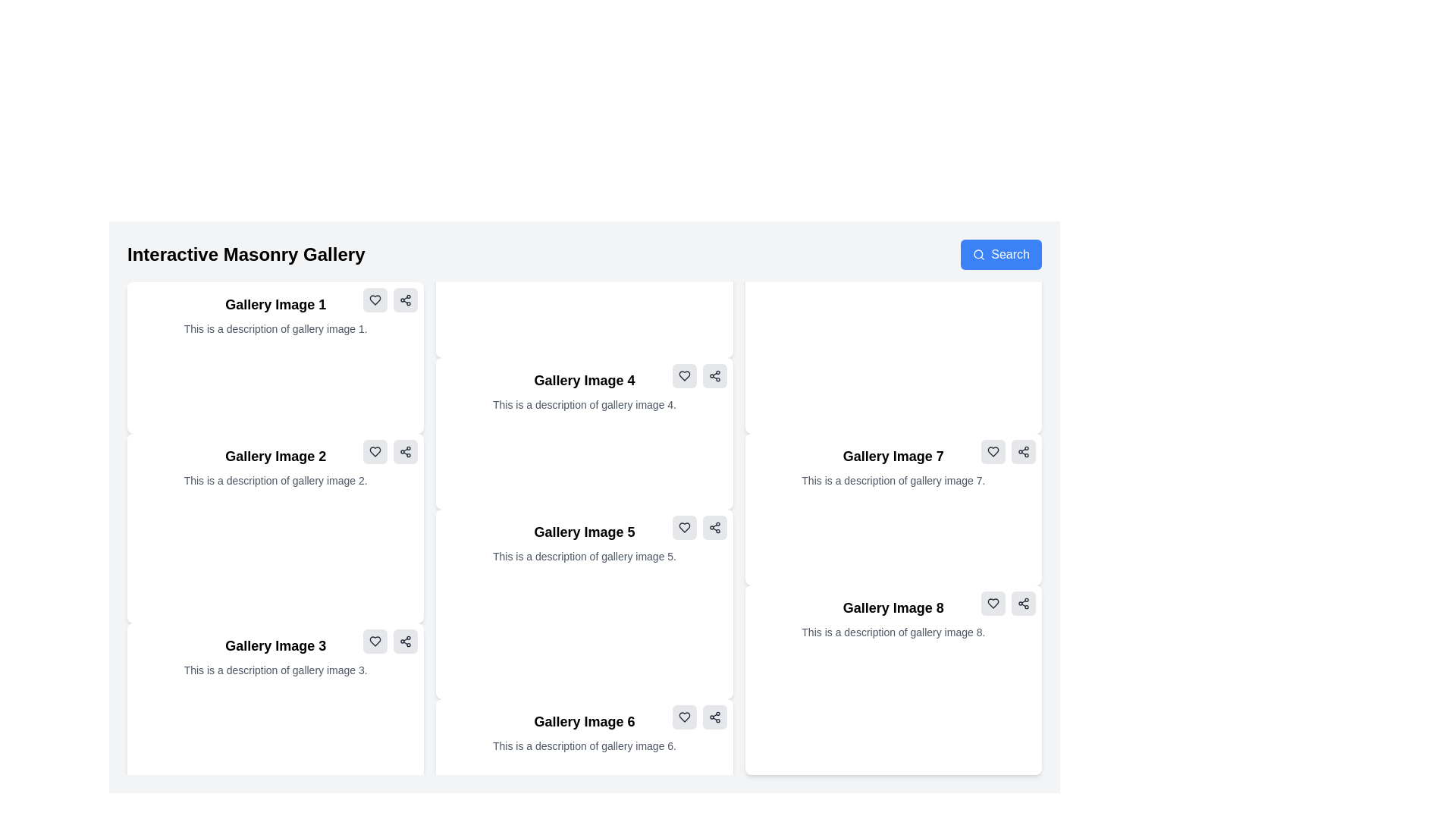 The height and width of the screenshot is (819, 1456). Describe the element at coordinates (714, 717) in the screenshot. I see `the share button located in the bottom-right corner of the card labeled 'Gallery Image 6'` at that location.